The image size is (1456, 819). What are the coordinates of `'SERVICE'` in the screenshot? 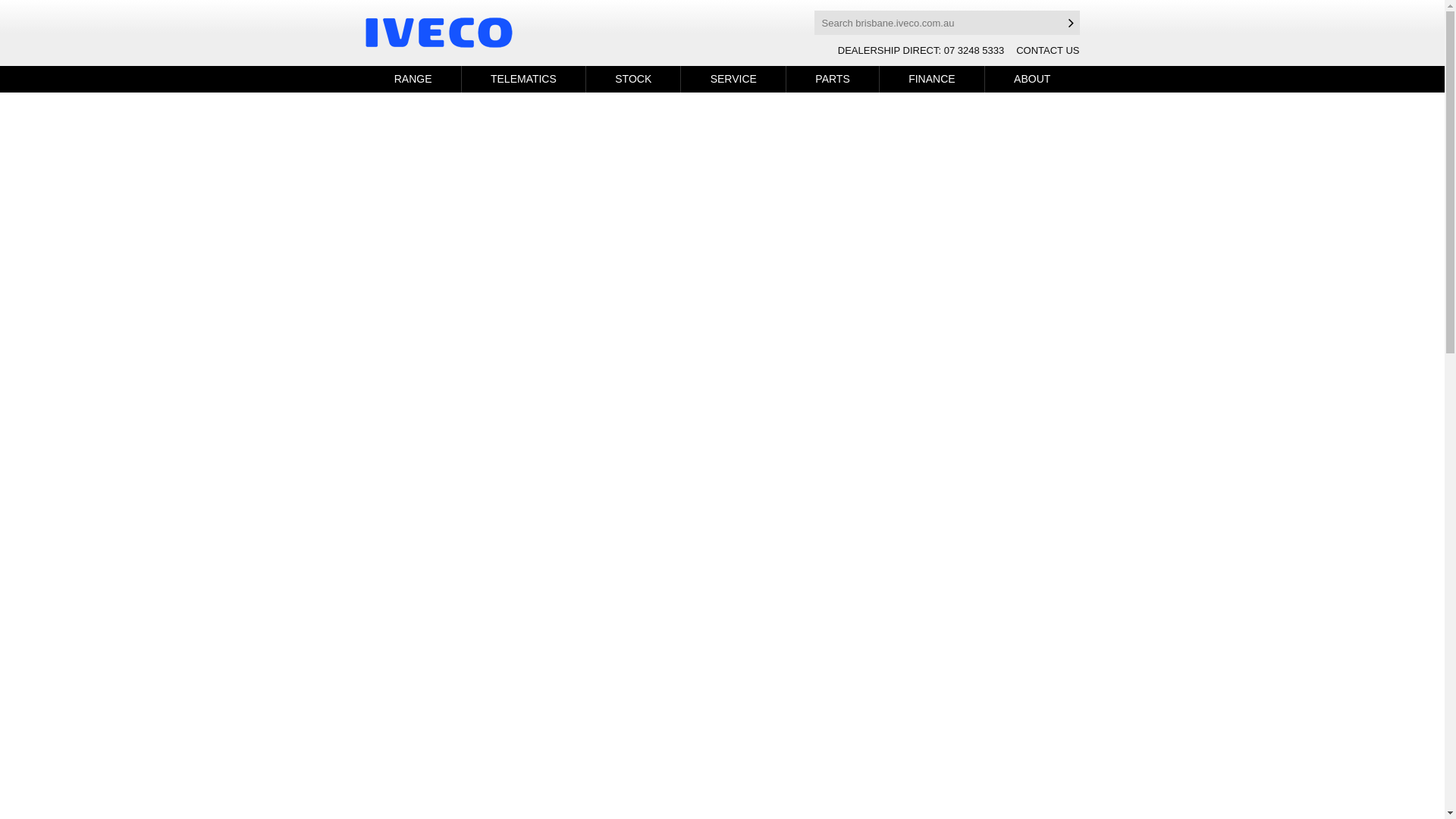 It's located at (733, 79).